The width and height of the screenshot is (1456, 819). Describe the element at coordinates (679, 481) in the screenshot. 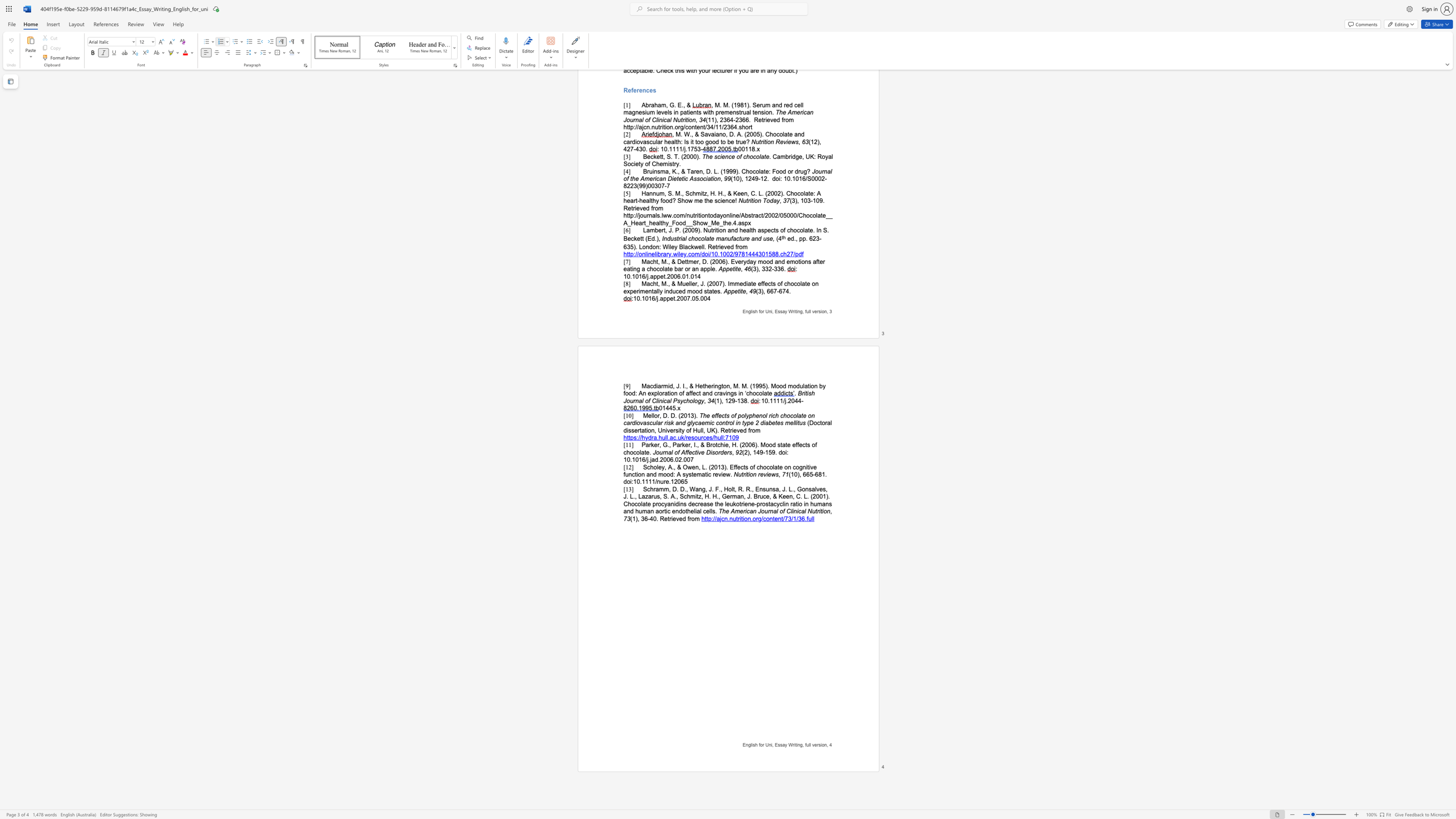

I see `the 3th character "0" in the text` at that location.